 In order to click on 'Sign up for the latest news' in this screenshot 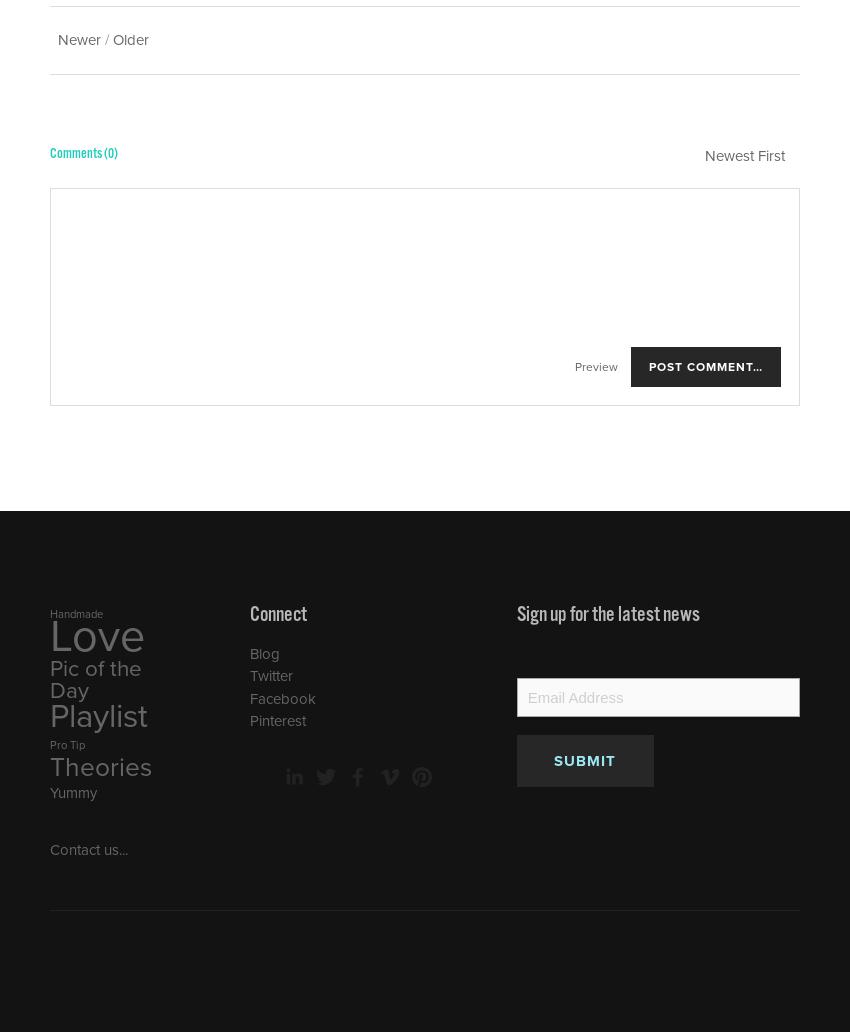, I will do `click(606, 614)`.